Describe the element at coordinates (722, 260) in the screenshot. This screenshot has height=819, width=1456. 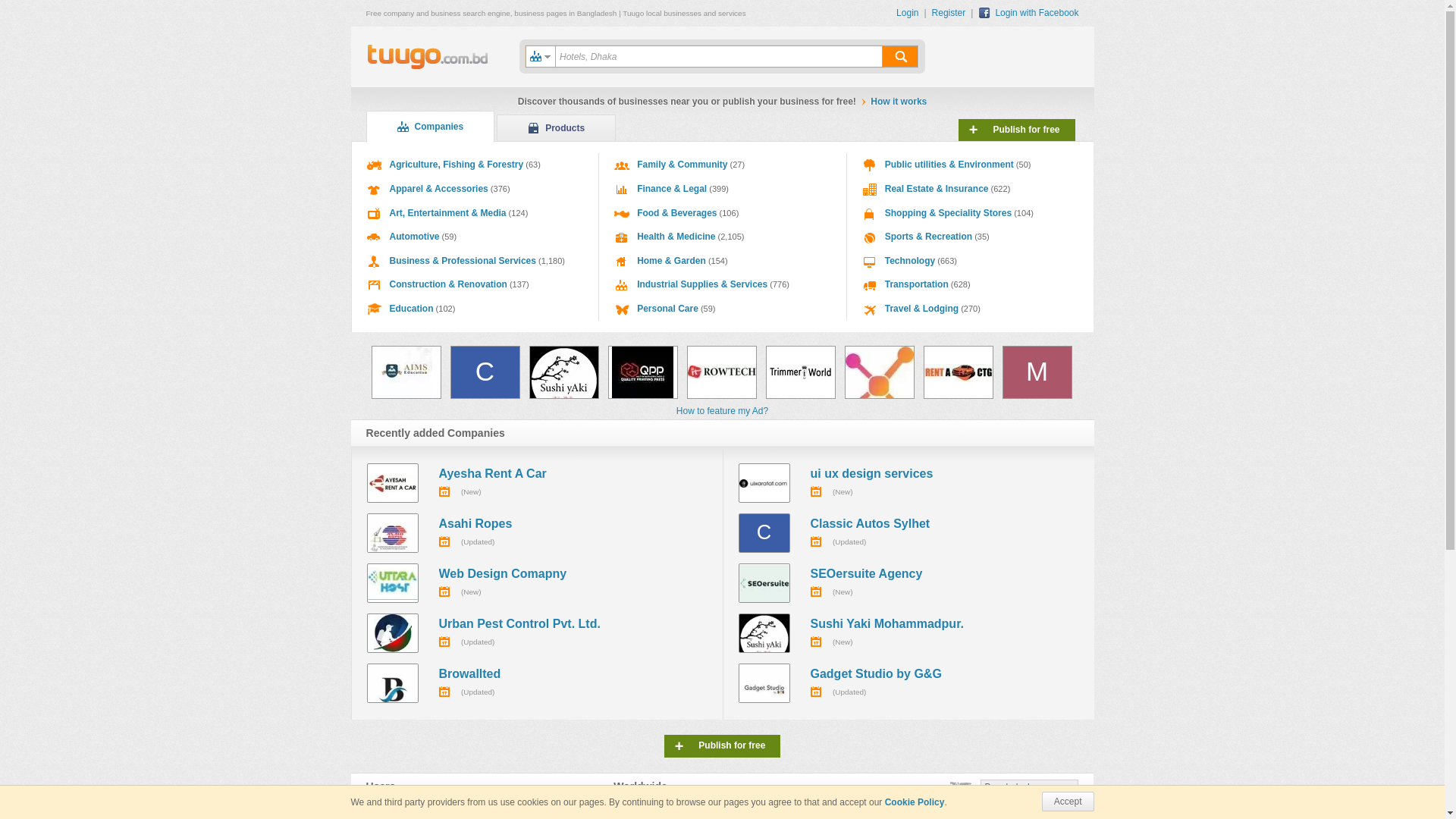
I see `' Home & Garden (154)'` at that location.